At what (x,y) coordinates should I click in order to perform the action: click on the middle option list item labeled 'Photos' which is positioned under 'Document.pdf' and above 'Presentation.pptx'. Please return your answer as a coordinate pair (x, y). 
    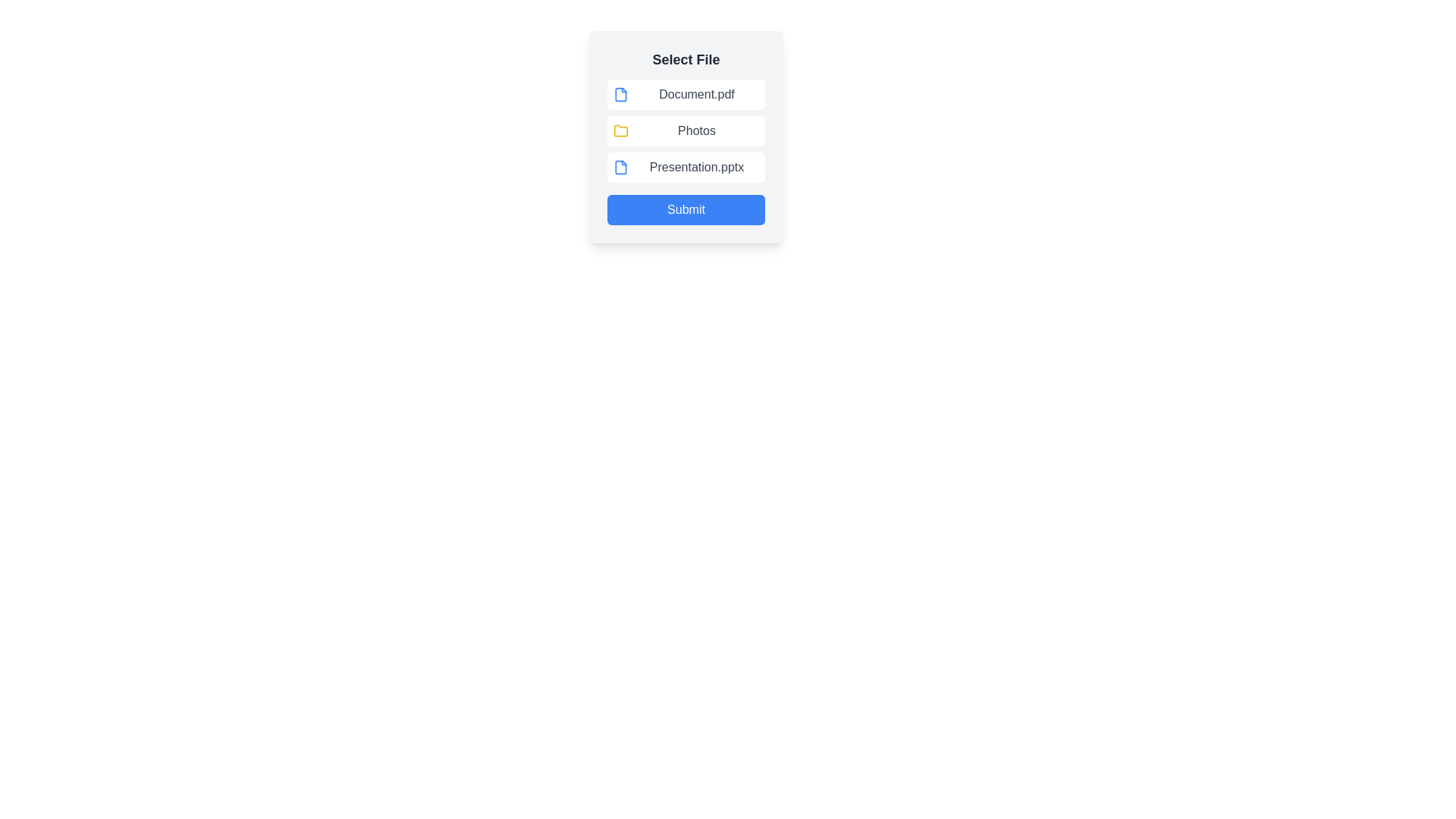
    Looking at the image, I should click on (686, 137).